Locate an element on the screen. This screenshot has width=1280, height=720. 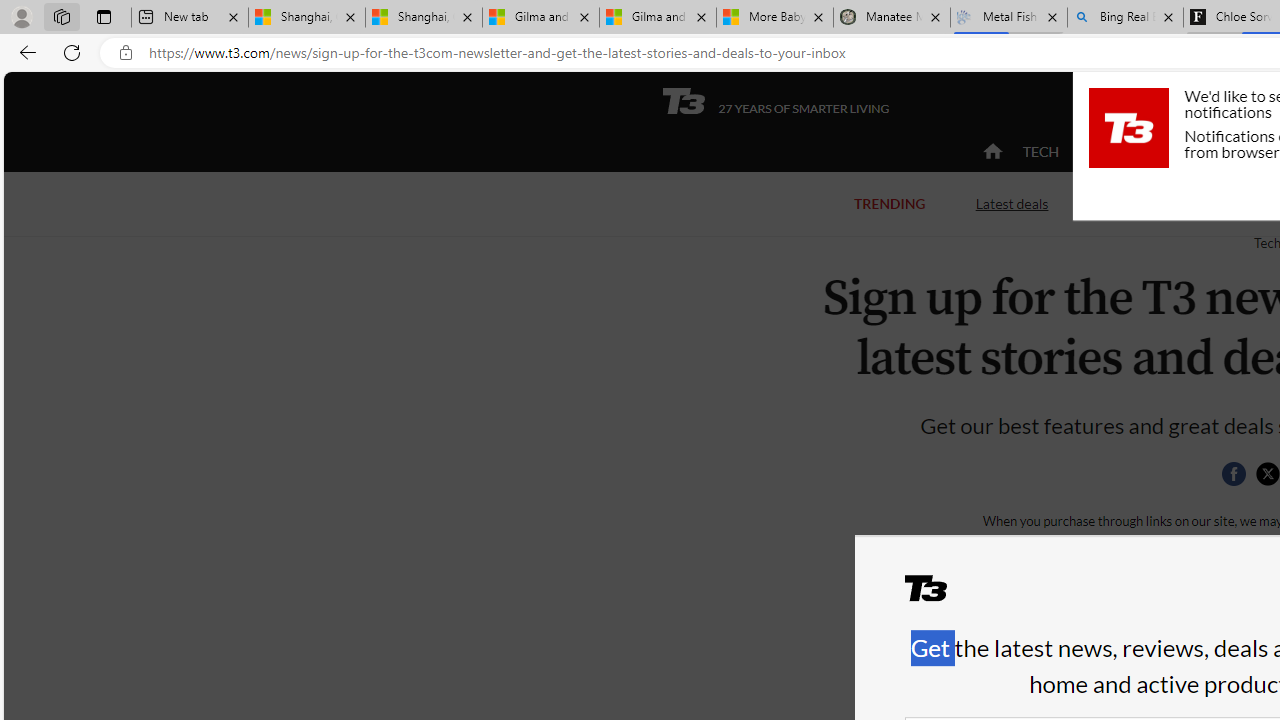
'T3 27 YEARS OF SMARTER LIVING' is located at coordinates (774, 101).